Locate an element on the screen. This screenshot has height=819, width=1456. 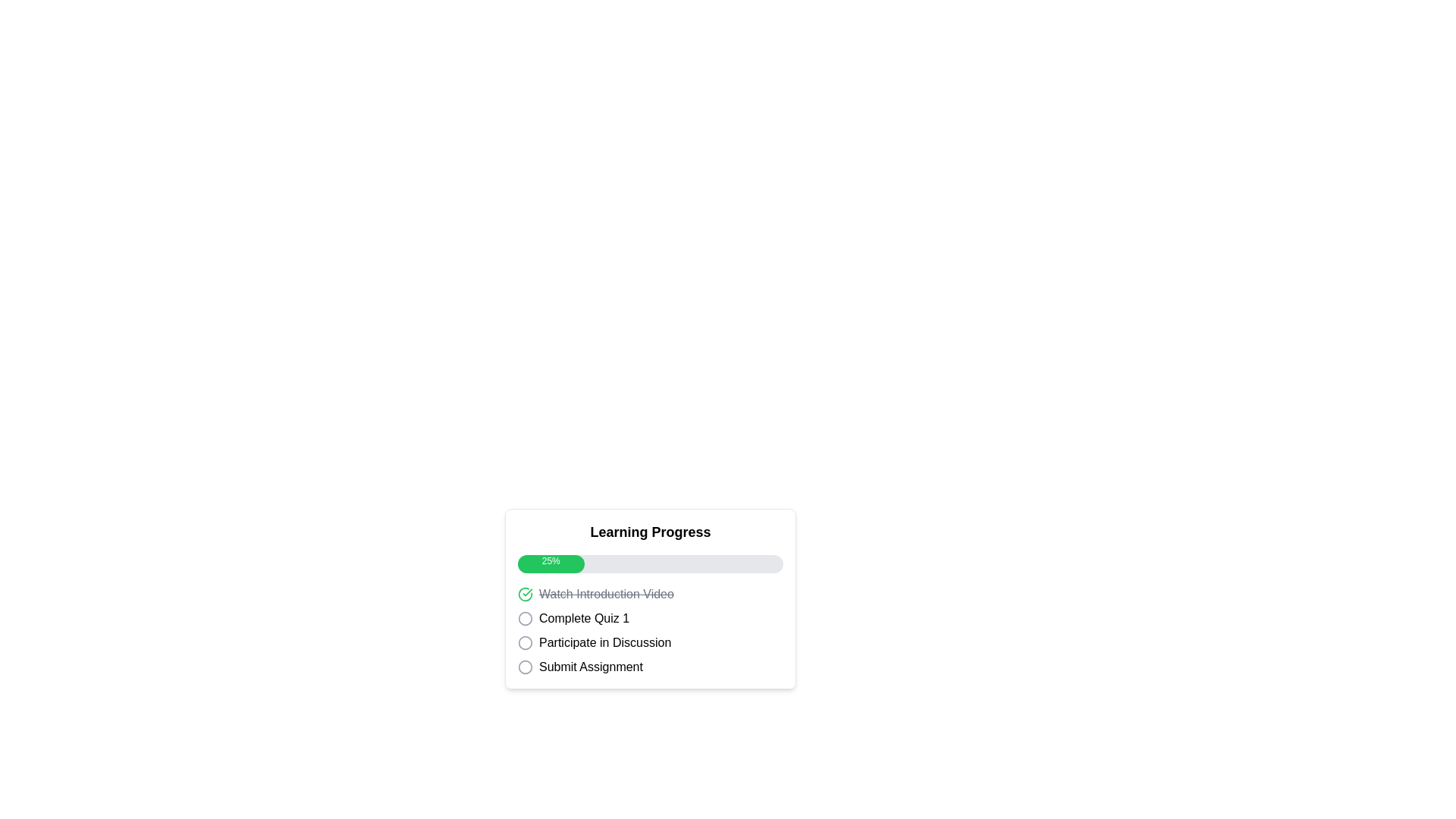
the completion status icon located directly to the left of the text 'Watch Introduction Video' in the task list is located at coordinates (525, 593).